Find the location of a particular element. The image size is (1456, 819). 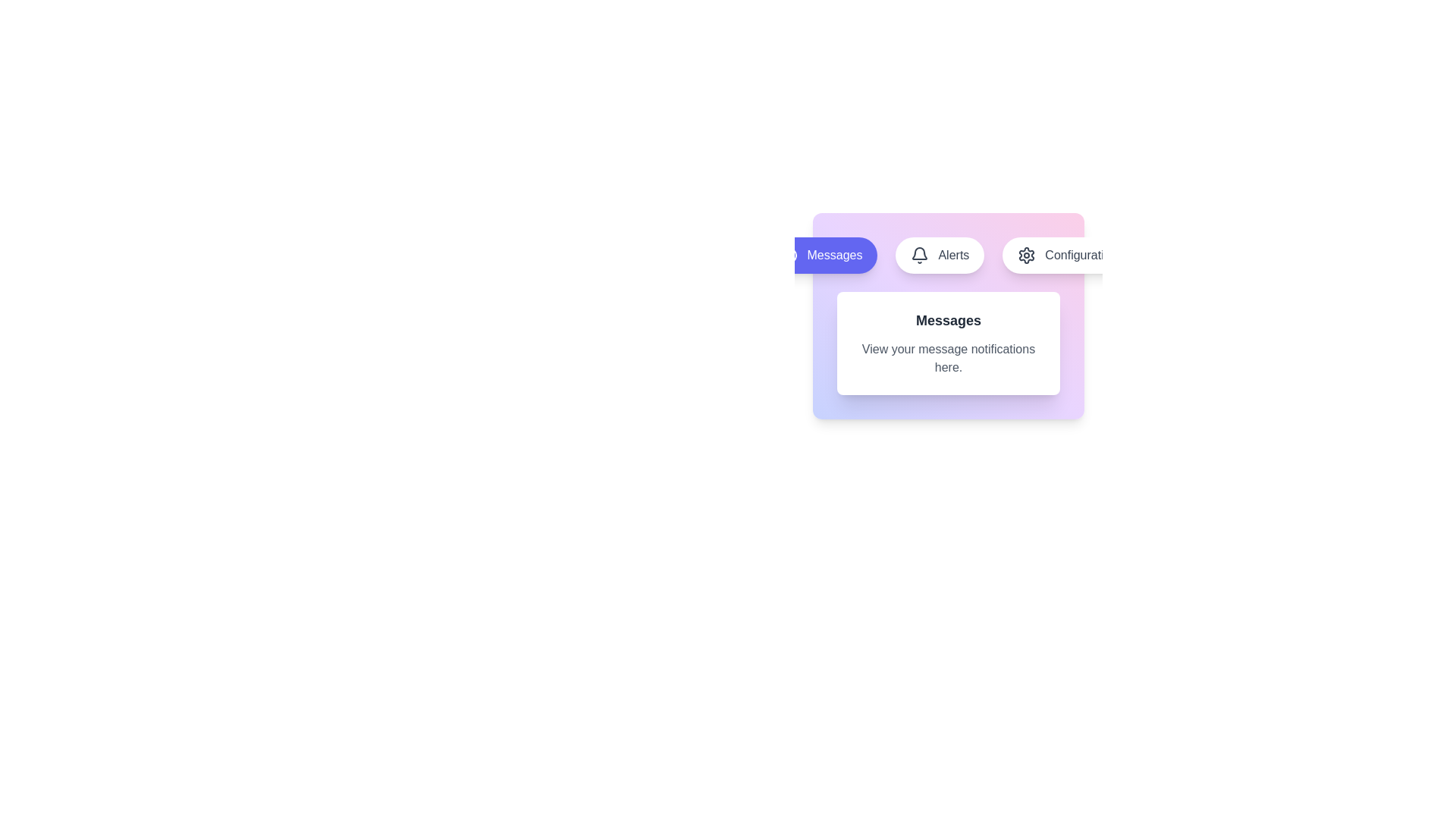

the Messages tab is located at coordinates (820, 254).